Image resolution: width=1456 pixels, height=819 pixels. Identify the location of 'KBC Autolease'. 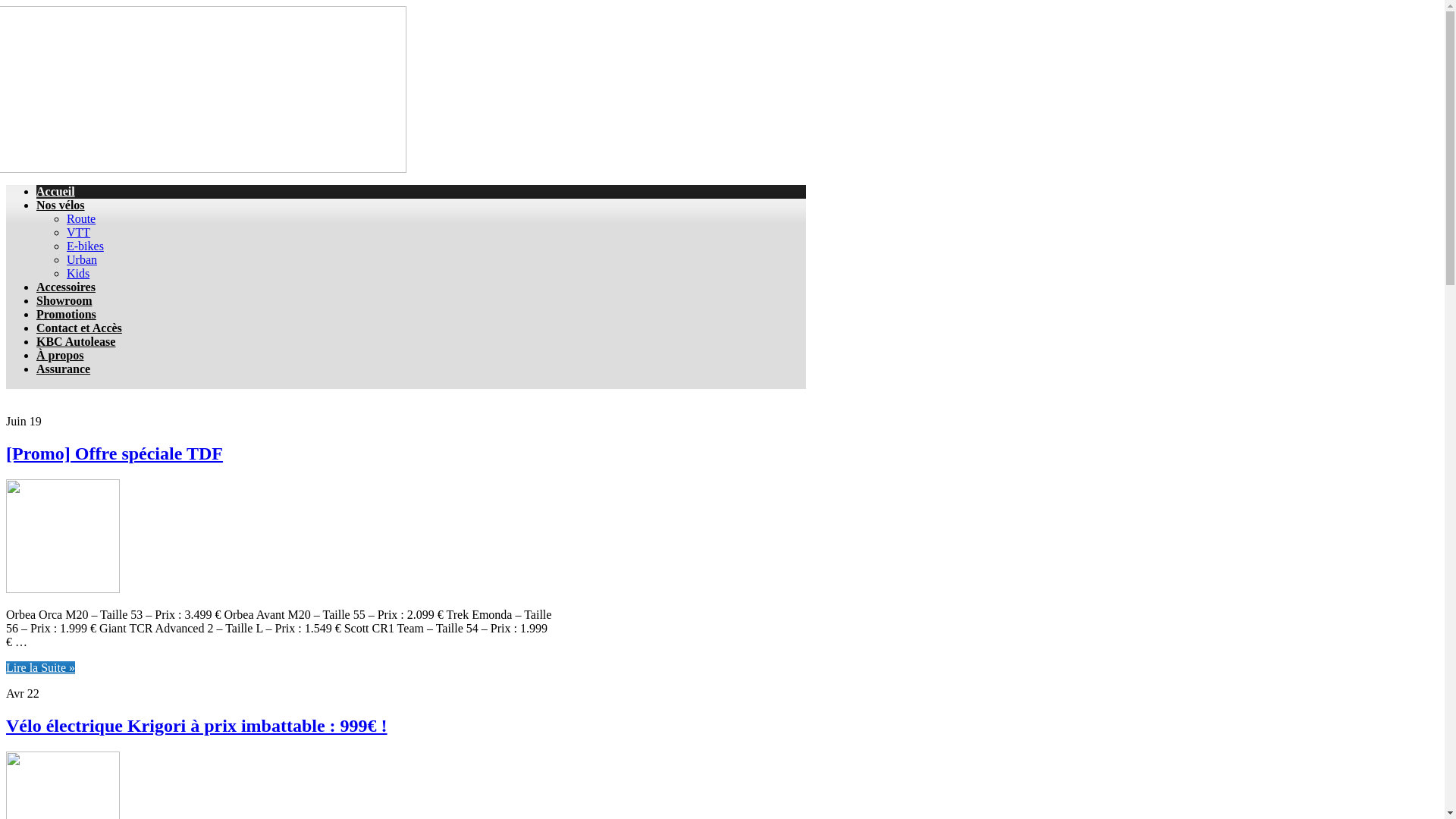
(75, 341).